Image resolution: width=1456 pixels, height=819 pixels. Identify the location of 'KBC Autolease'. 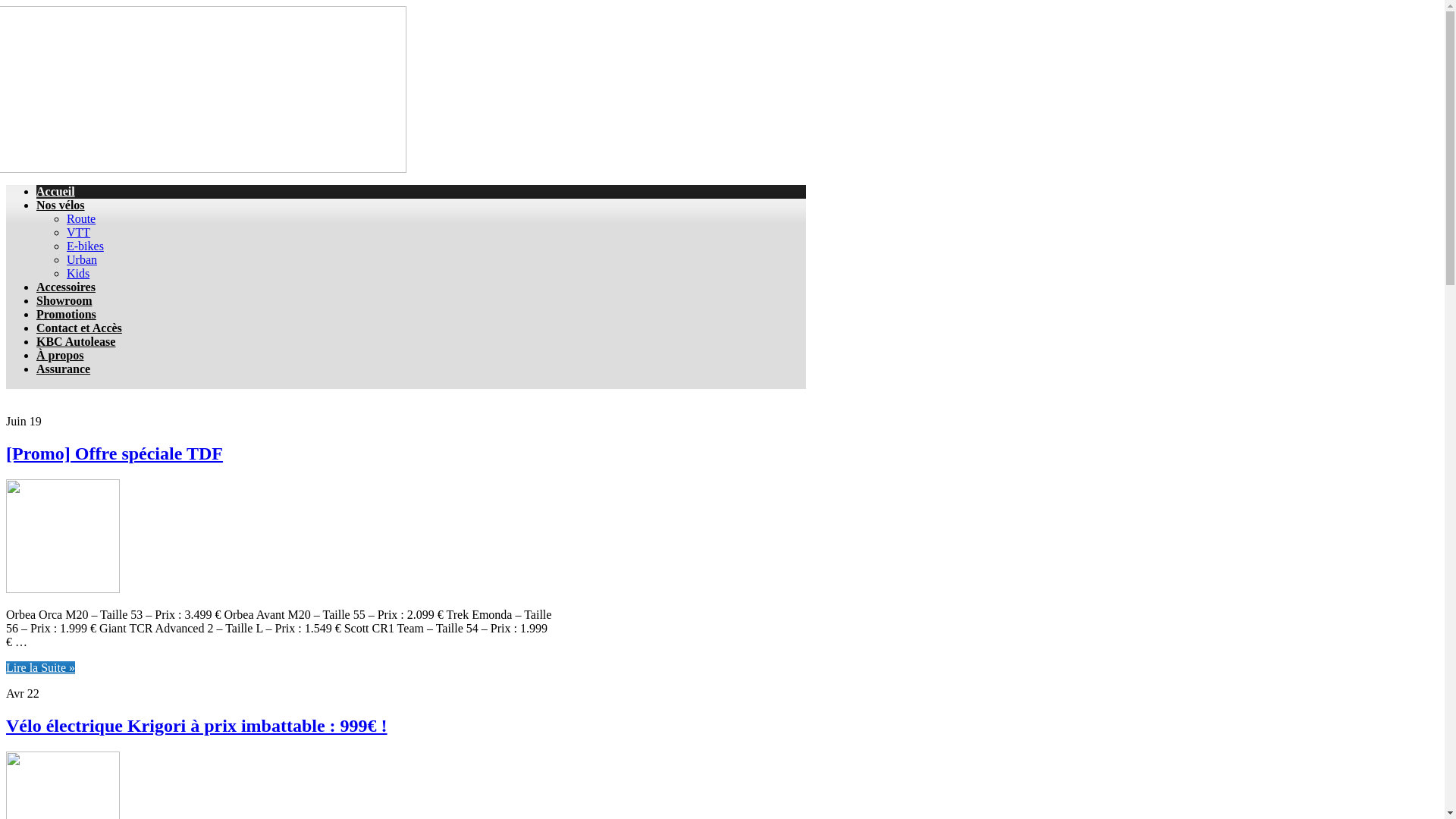
(75, 341).